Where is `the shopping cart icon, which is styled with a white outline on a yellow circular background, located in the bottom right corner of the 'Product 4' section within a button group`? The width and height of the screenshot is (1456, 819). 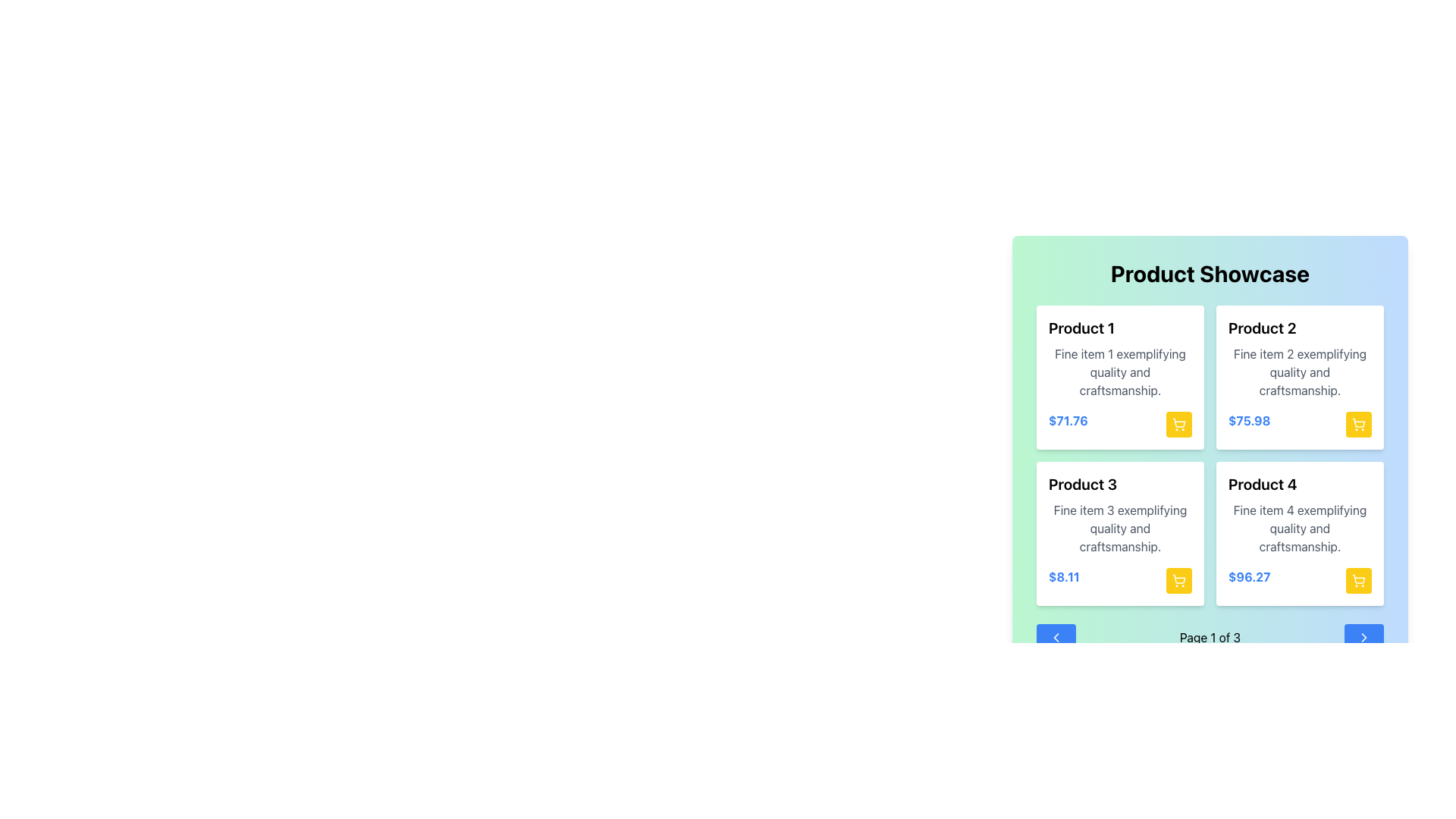
the shopping cart icon, which is styled with a white outline on a yellow circular background, located in the bottom right corner of the 'Product 4' section within a button group is located at coordinates (1358, 580).